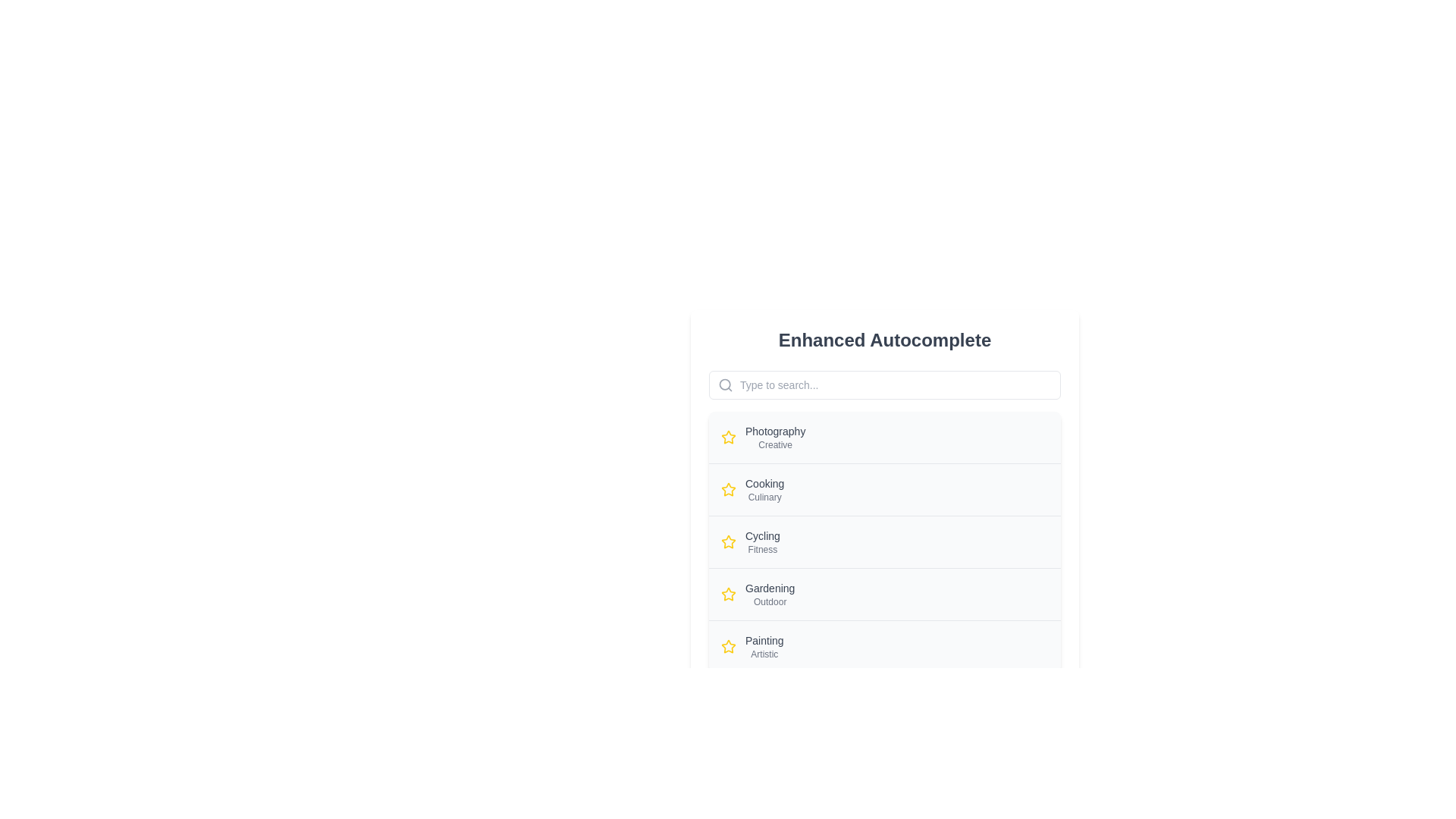 The height and width of the screenshot is (819, 1456). Describe the element at coordinates (764, 489) in the screenshot. I see `the second item in the autocomplete suggestion box labeled 'Cooking Culinary'` at that location.